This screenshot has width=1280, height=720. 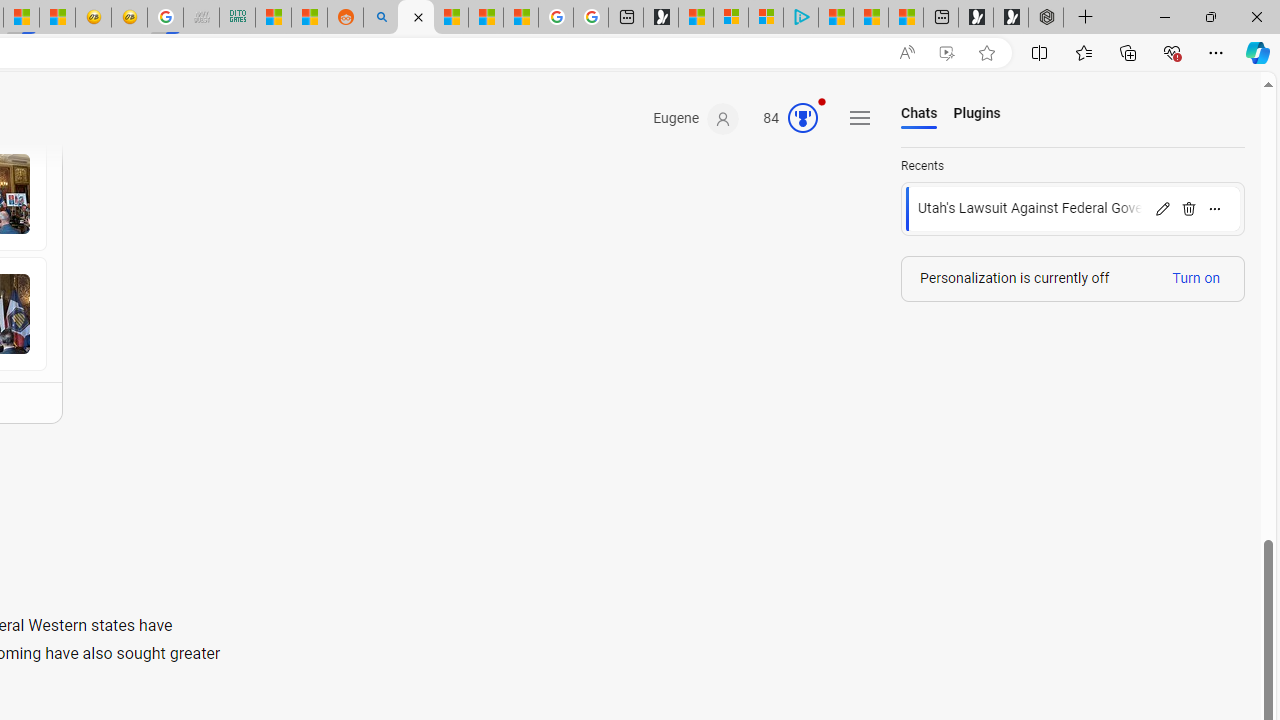 What do you see at coordinates (1072, 209) in the screenshot?
I see `'Load chat'` at bounding box center [1072, 209].